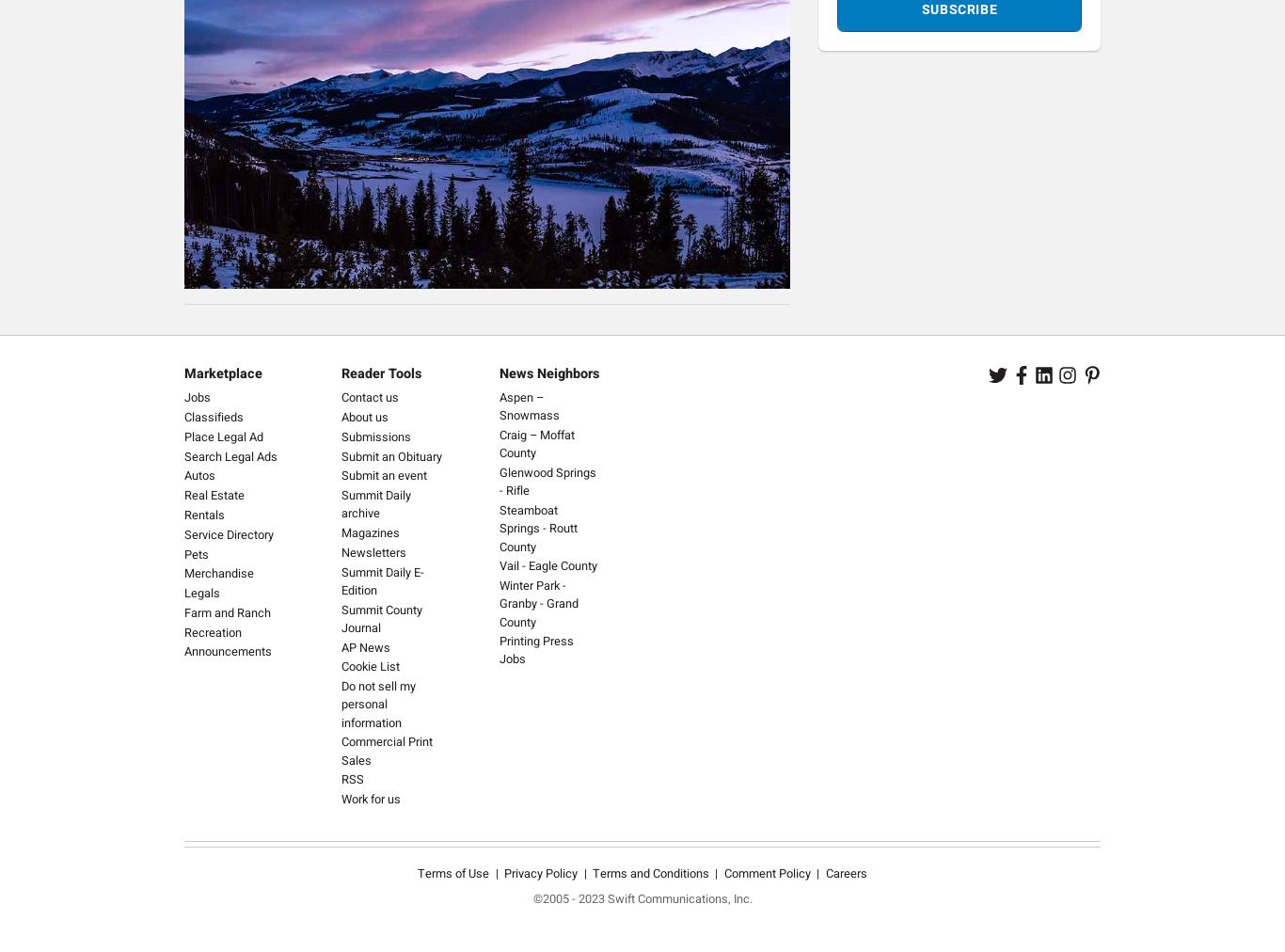 Image resolution: width=1285 pixels, height=952 pixels. What do you see at coordinates (196, 398) in the screenshot?
I see `'Jobs'` at bounding box center [196, 398].